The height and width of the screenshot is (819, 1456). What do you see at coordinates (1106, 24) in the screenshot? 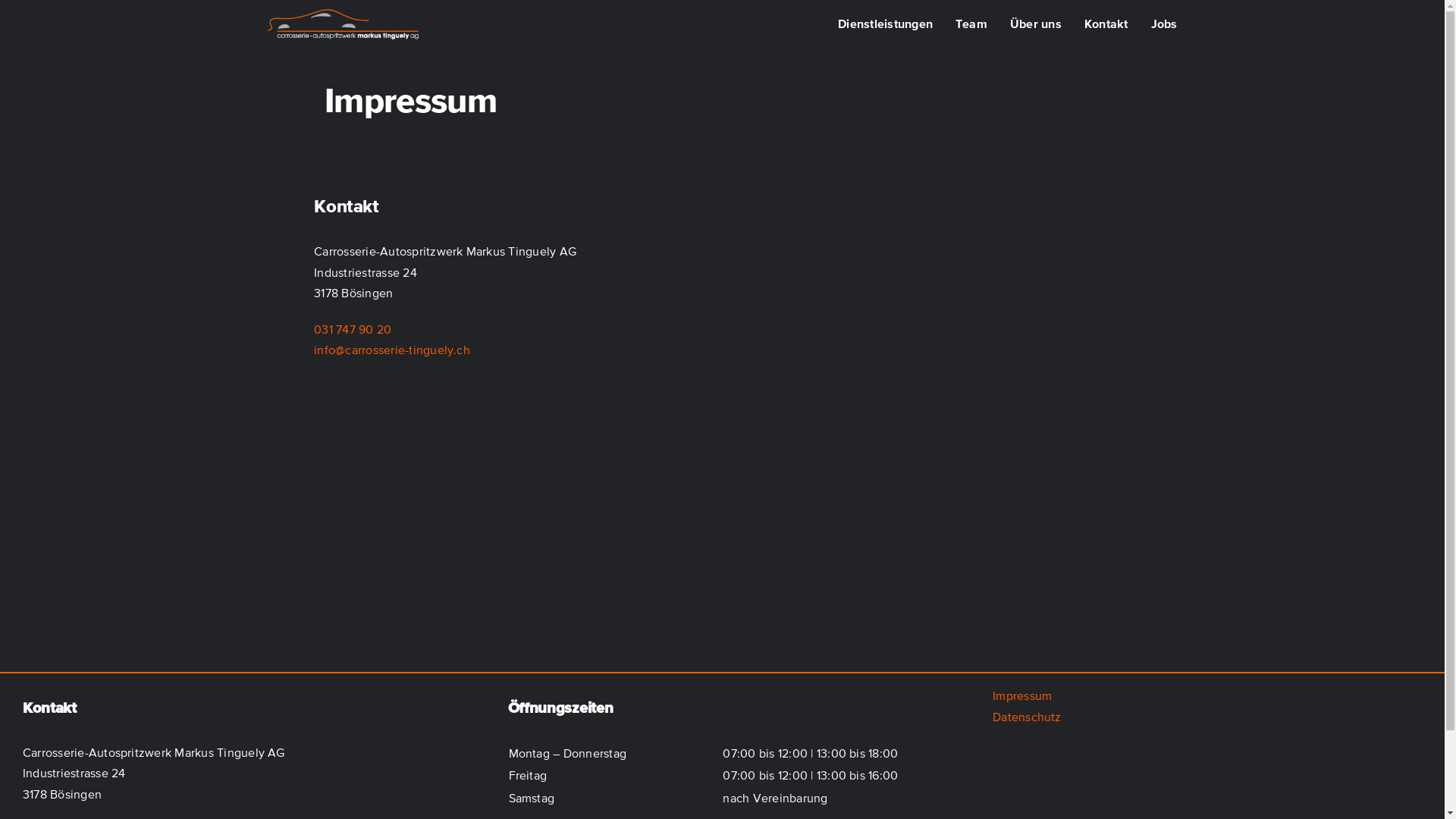
I see `'Kontakt'` at bounding box center [1106, 24].